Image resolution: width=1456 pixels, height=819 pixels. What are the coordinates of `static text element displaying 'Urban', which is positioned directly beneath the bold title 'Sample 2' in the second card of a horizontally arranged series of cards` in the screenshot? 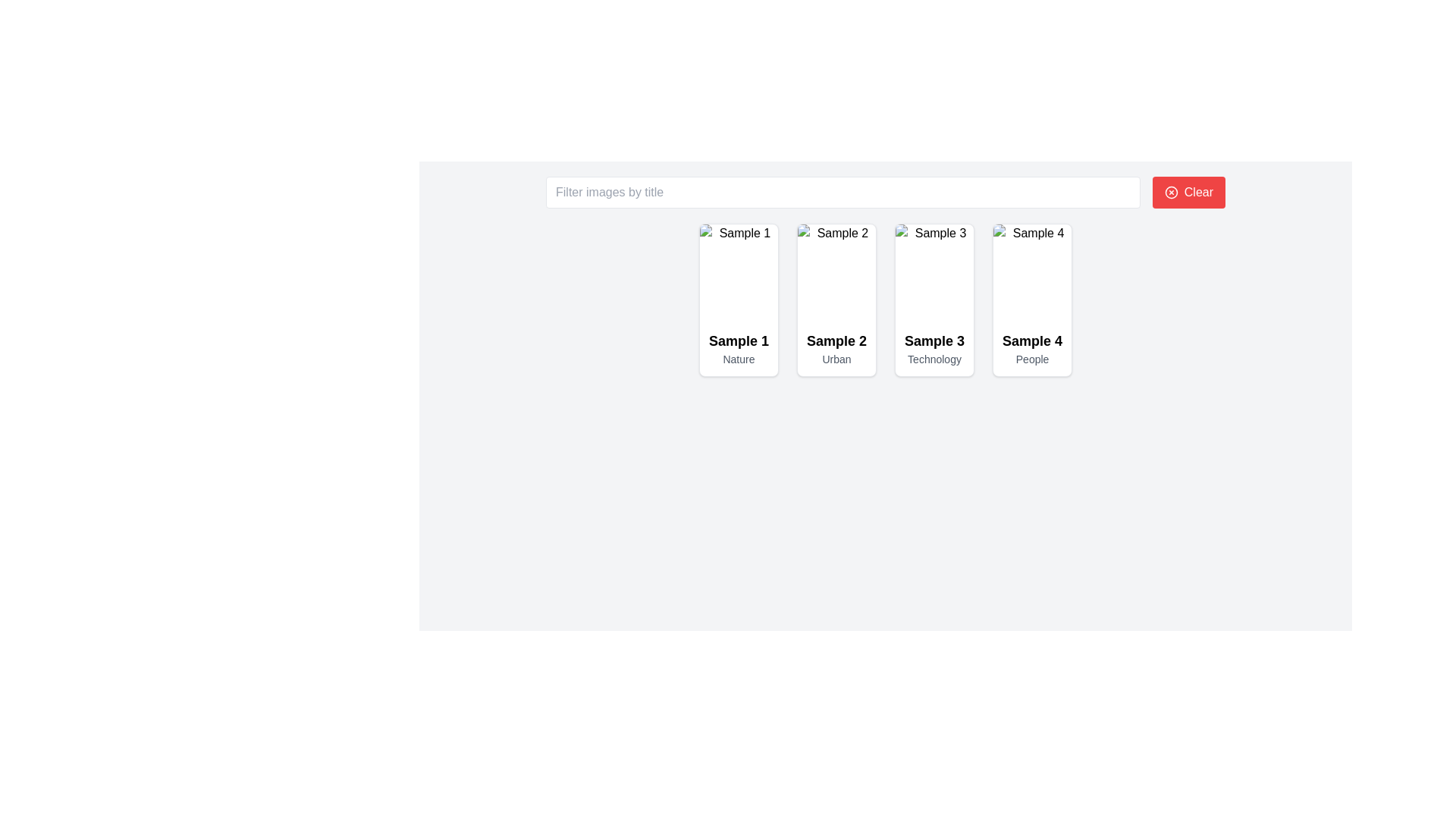 It's located at (836, 359).